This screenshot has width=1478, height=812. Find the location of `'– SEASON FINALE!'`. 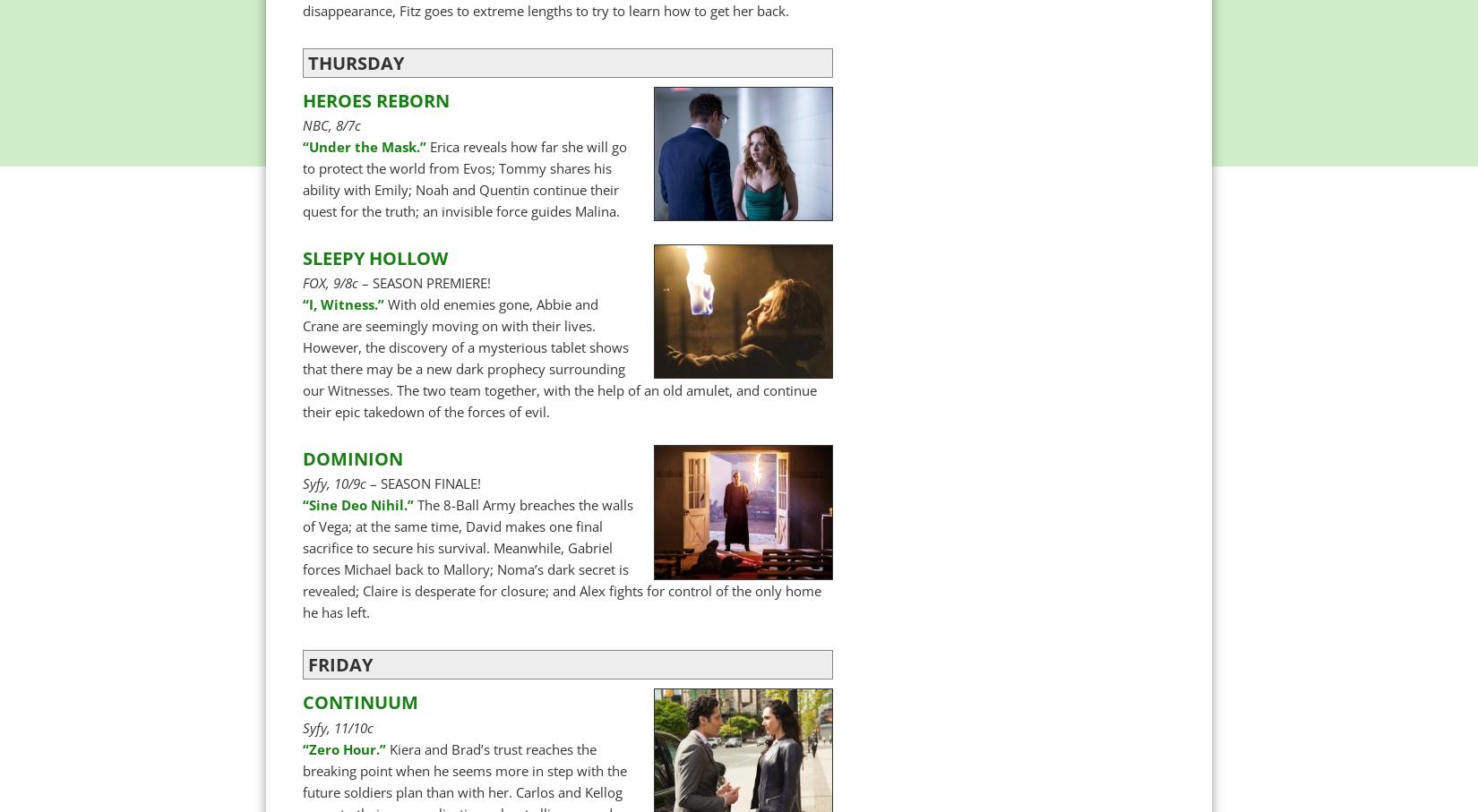

'– SEASON FINALE!' is located at coordinates (423, 483).